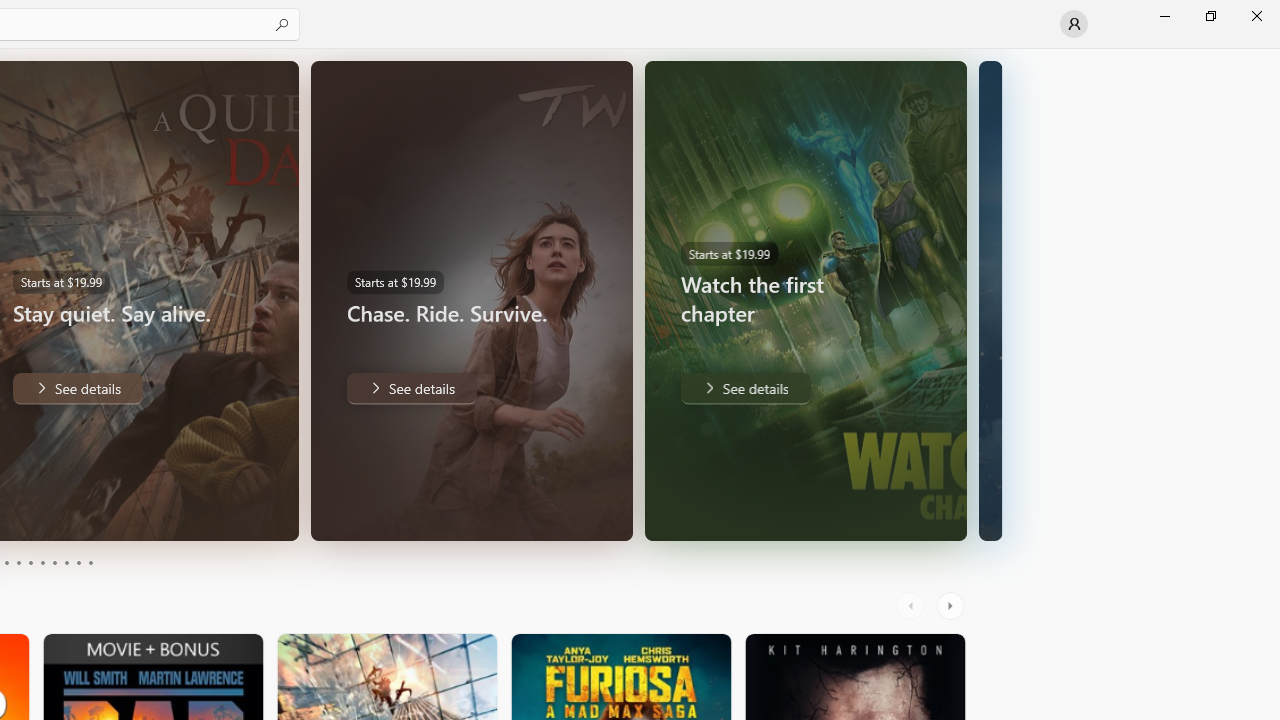 Image resolution: width=1280 pixels, height=720 pixels. I want to click on 'Page 6', so click(42, 563).